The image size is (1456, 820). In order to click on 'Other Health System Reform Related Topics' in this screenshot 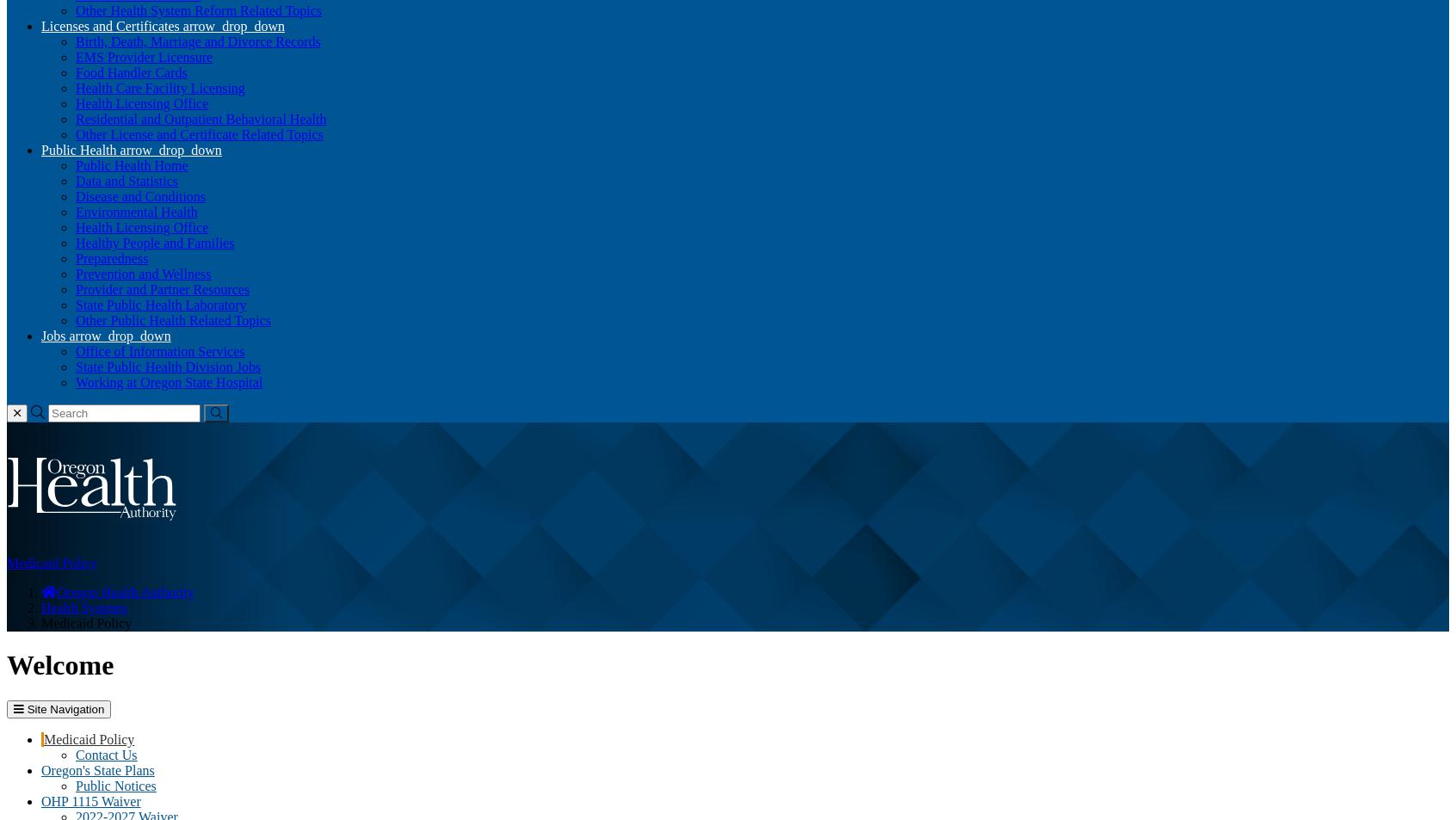, I will do `click(75, 9)`.